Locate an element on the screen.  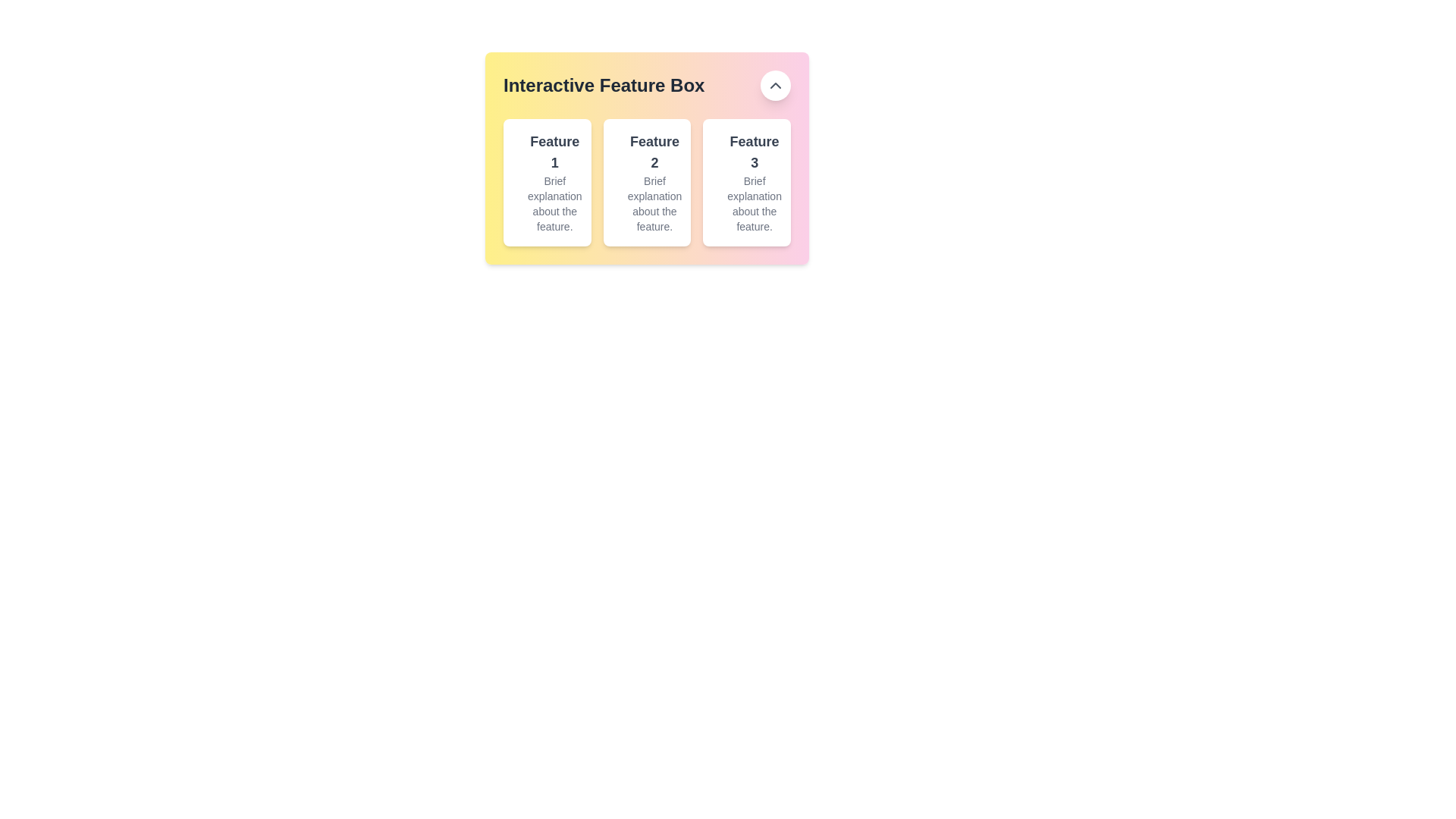
the informational card or panel displaying information about Feature 3, located in the third column of the layout is located at coordinates (755, 181).